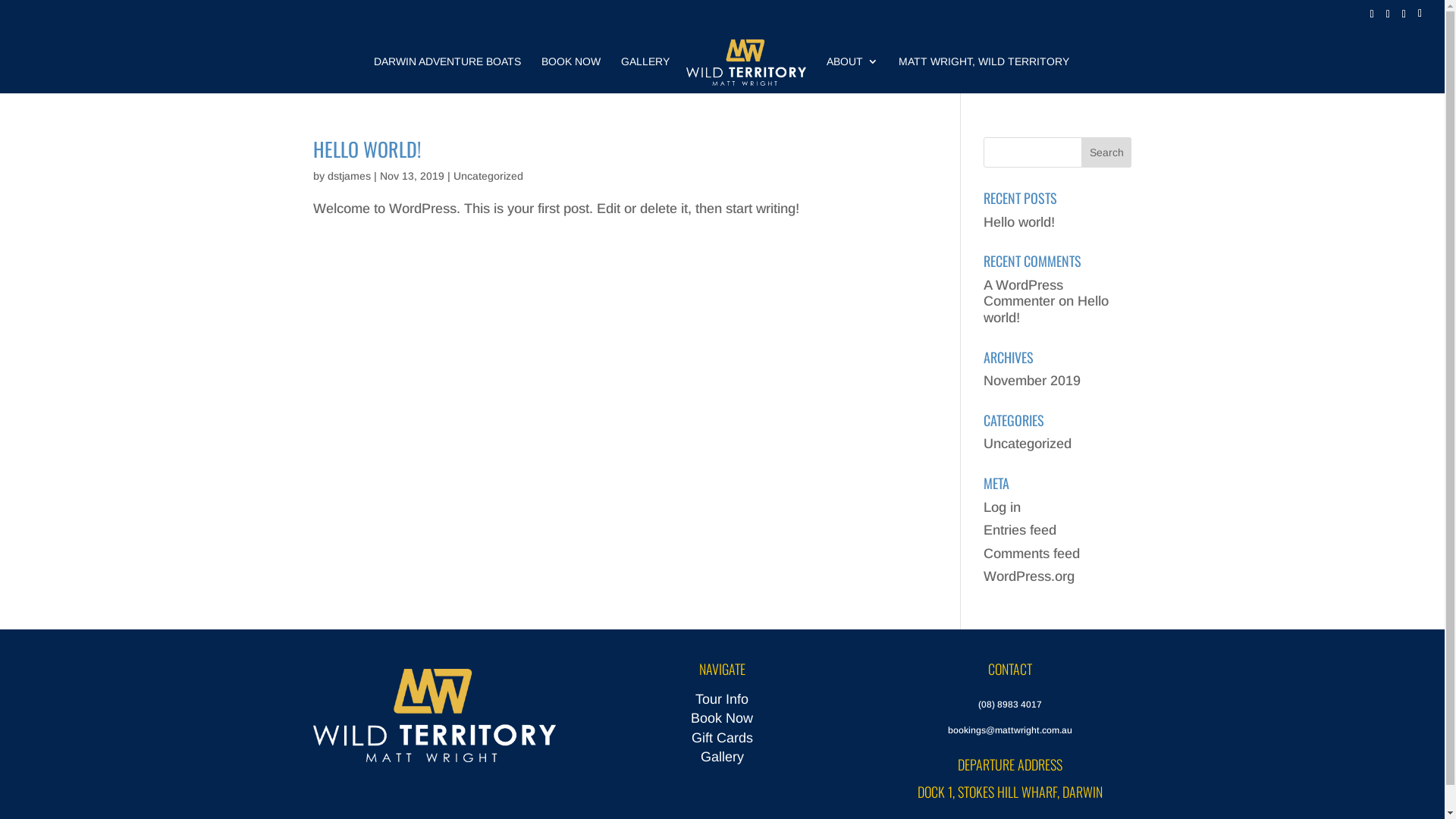  What do you see at coordinates (432, 715) in the screenshot?
I see `'MWWT-wide'` at bounding box center [432, 715].